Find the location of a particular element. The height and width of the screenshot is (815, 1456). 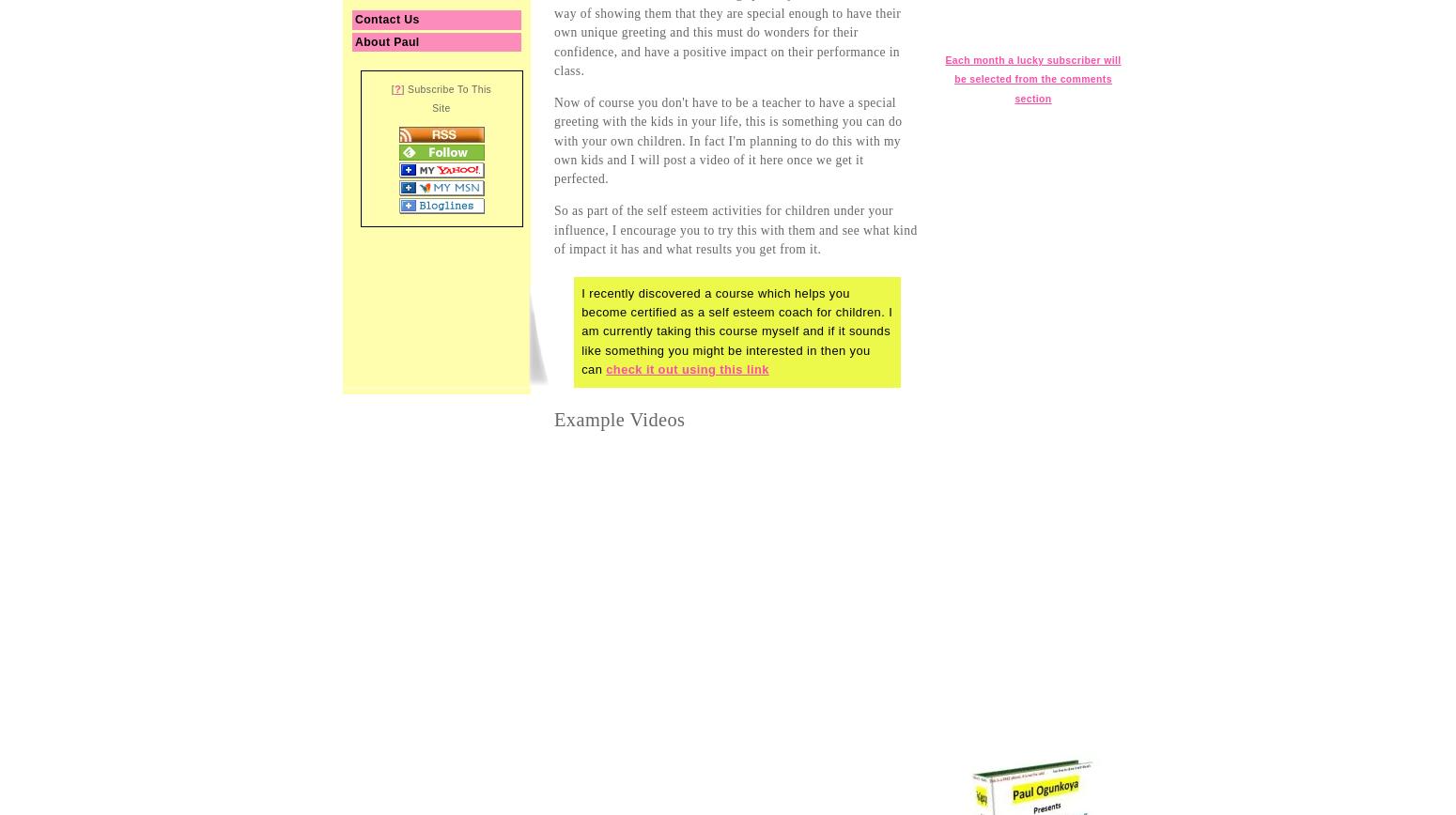

'Now of course you don't have to be a teacher to have a special greeting with the kids in your life, this is something you can do with your own children. In fact I'm planning to do this with my own kids and I will post a video of it here once we get it perfected.' is located at coordinates (728, 140).